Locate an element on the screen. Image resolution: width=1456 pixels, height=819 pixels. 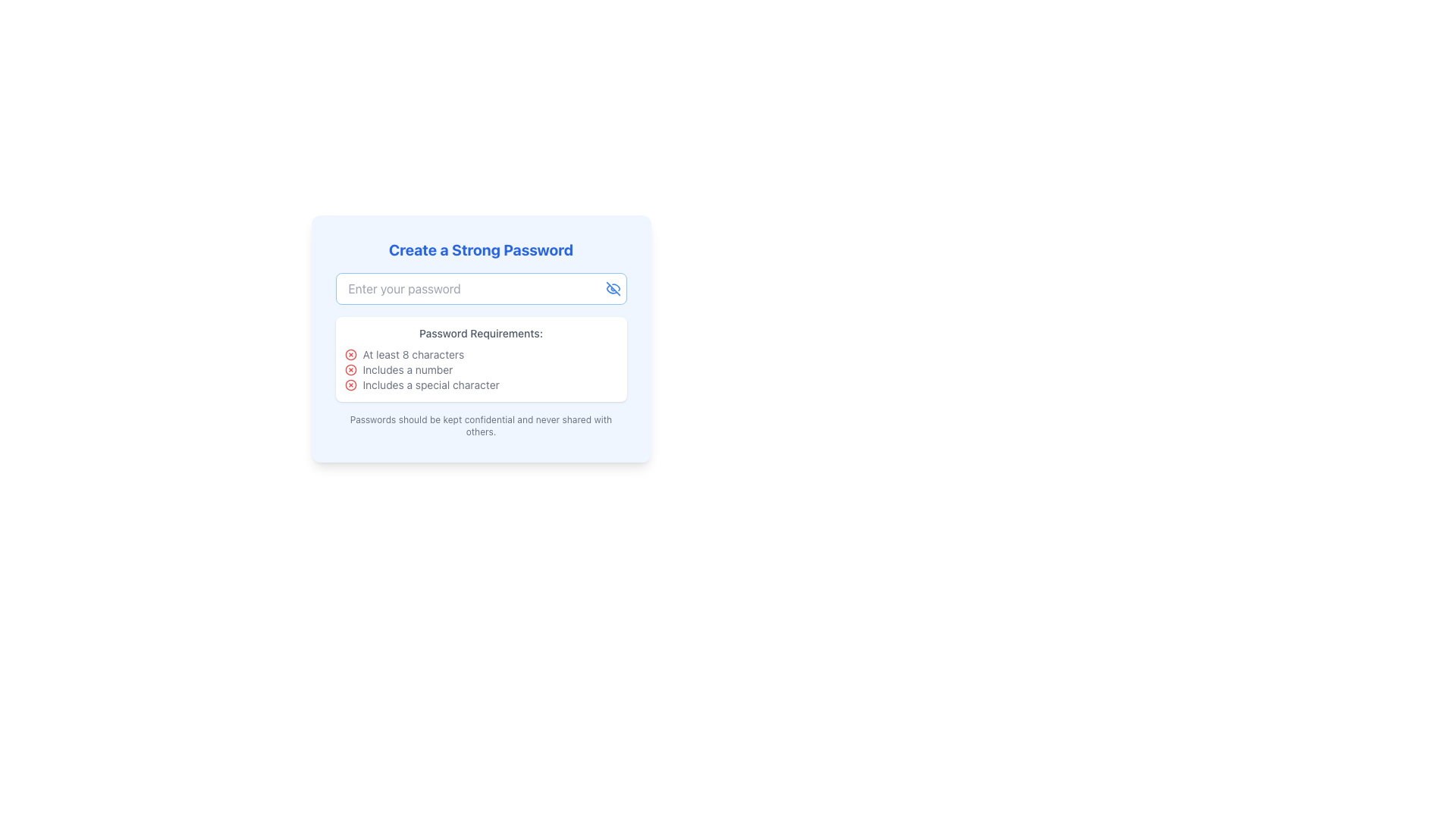
the visibility toggle button, styled as a blue eye with a slash, located at the right edge of the password input field is located at coordinates (613, 289).